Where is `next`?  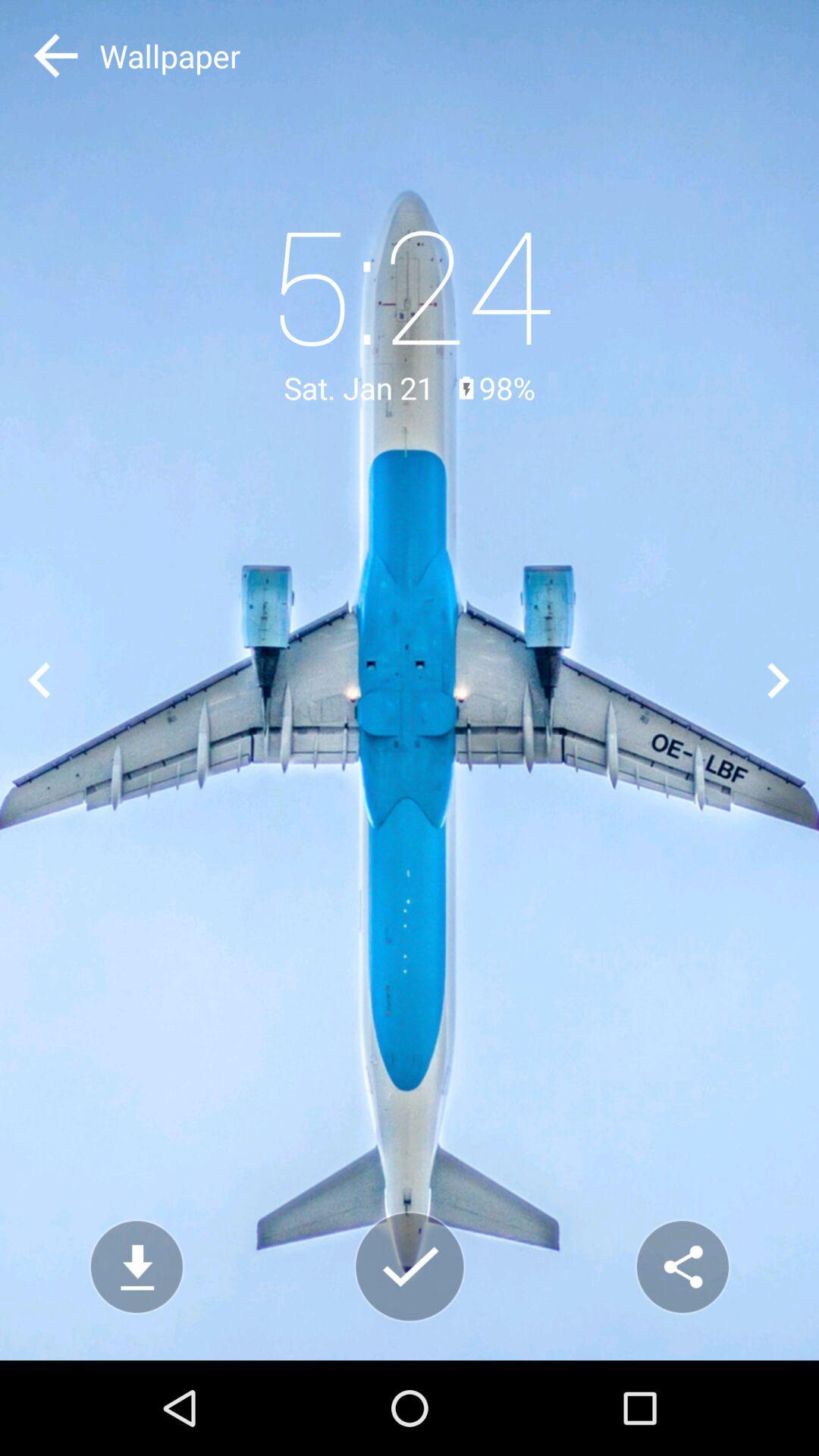 next is located at coordinates (779, 679).